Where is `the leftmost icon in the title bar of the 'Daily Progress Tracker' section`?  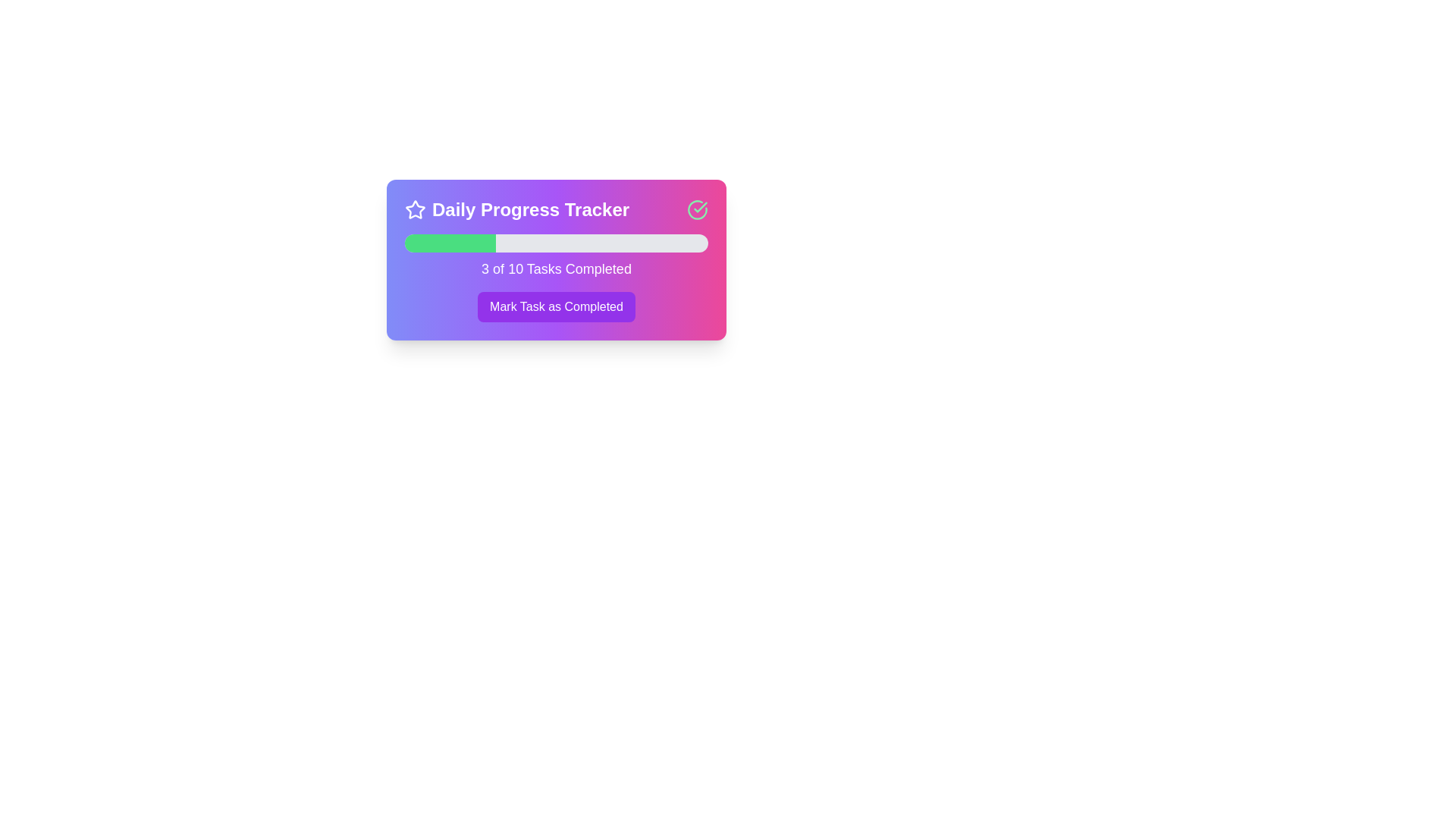 the leftmost icon in the title bar of the 'Daily Progress Tracker' section is located at coordinates (415, 210).